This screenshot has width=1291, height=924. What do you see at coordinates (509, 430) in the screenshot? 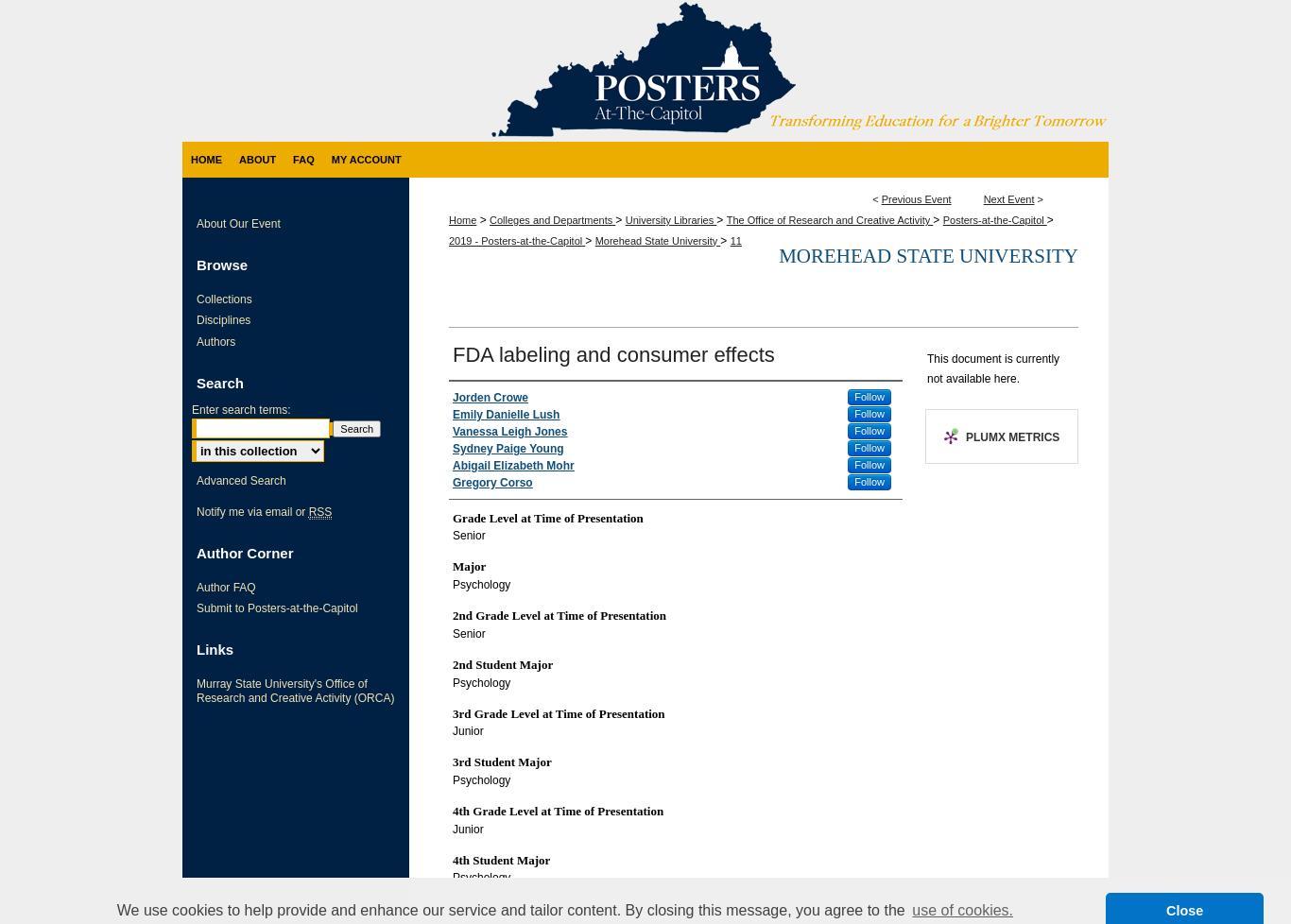
I see `'Vanessa Leigh Jones'` at bounding box center [509, 430].